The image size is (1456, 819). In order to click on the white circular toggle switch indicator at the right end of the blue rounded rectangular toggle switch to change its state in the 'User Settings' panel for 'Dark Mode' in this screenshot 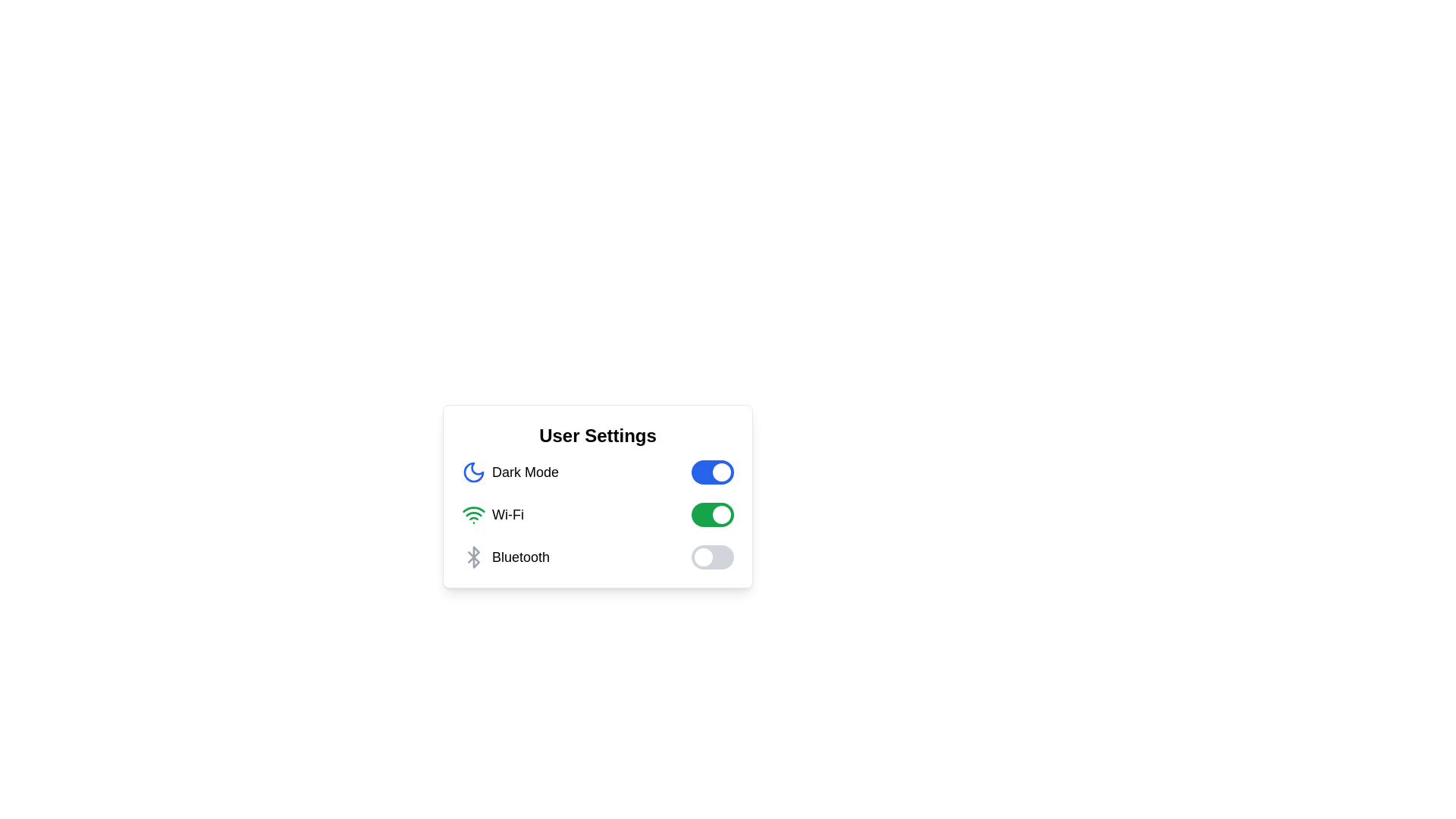, I will do `click(720, 472)`.